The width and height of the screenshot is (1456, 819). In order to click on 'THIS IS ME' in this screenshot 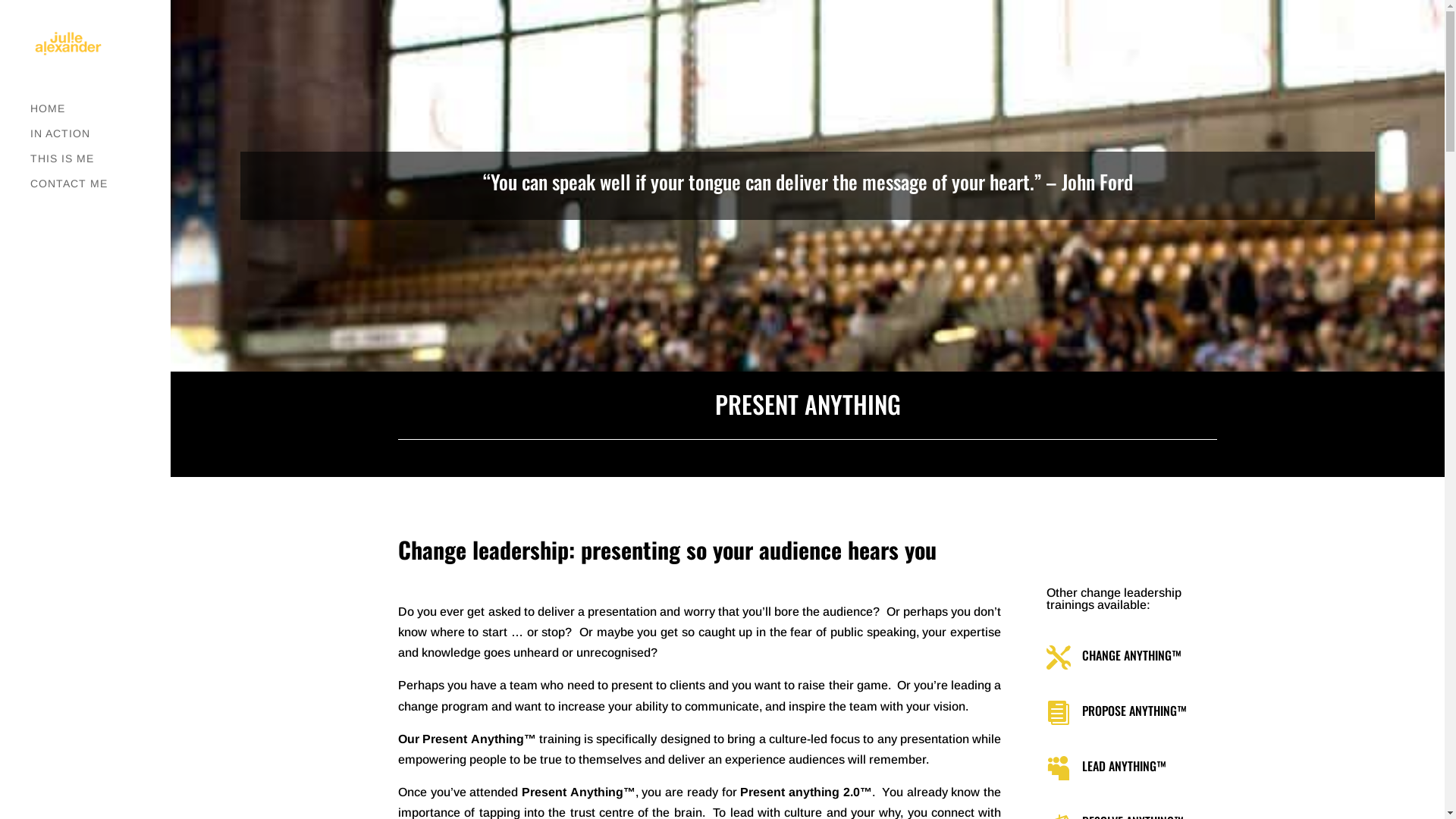, I will do `click(99, 165)`.